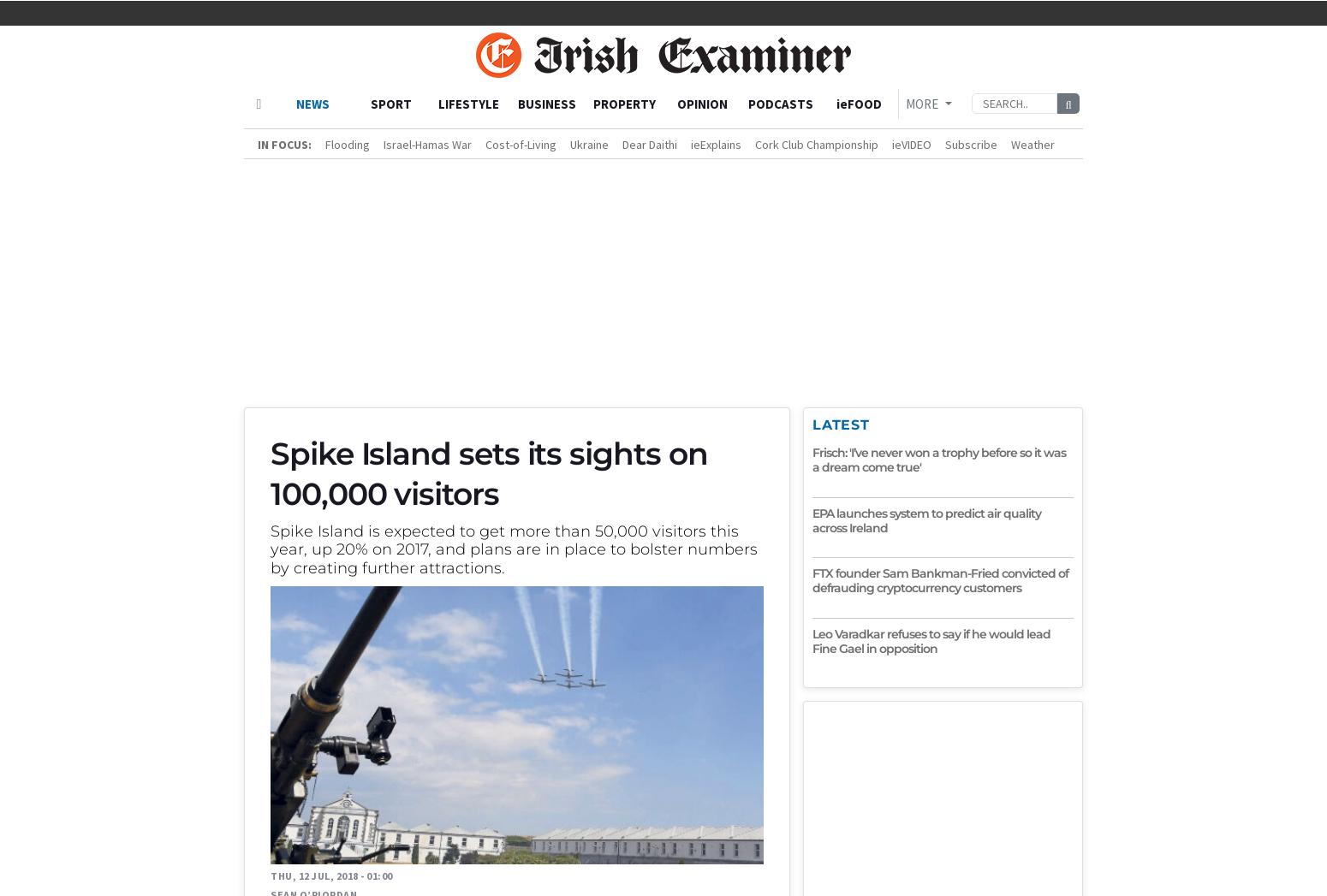  I want to click on 'Ashling Murphy murder trial hits ‘speed bump’ and is delayed until Thursday', so click(517, 727).